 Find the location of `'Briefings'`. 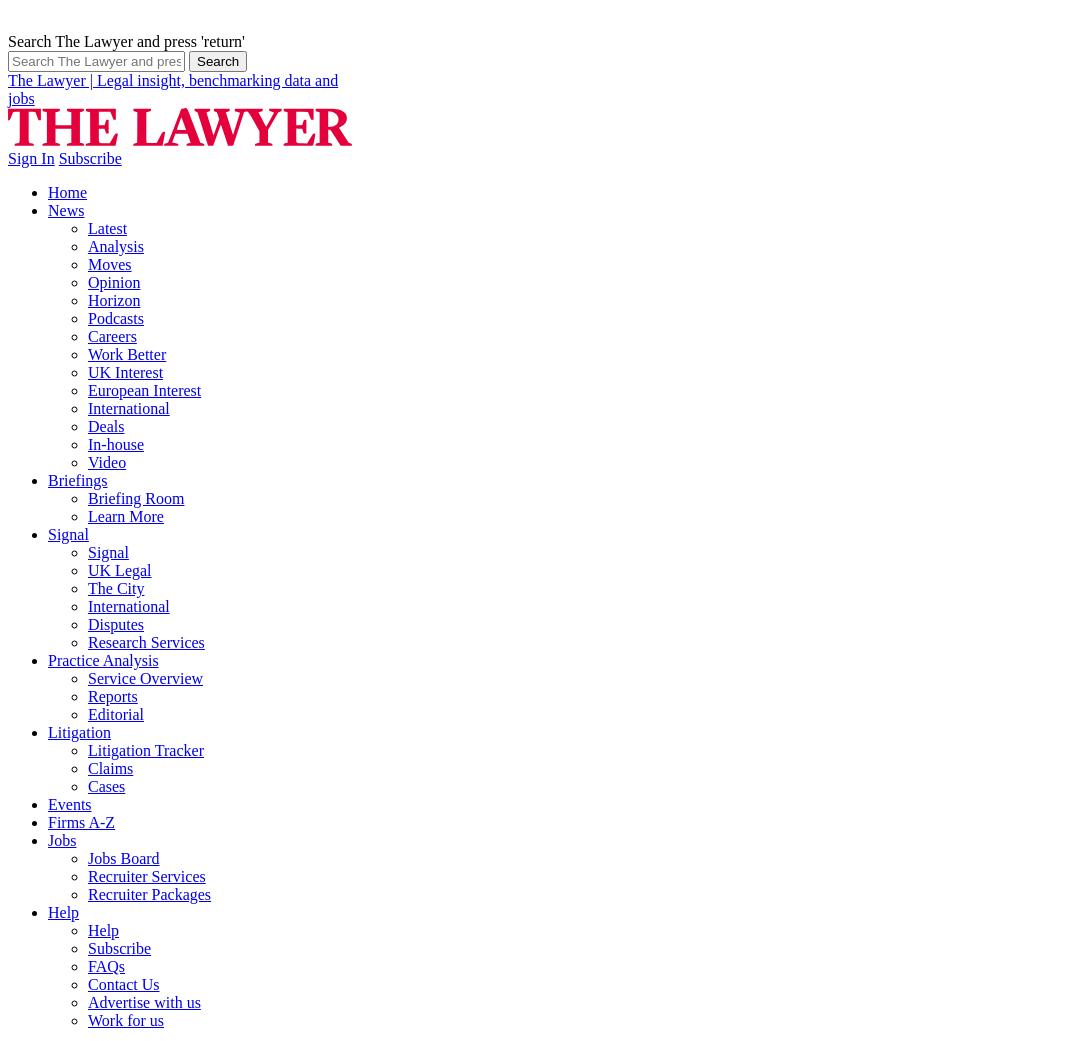

'Briefings' is located at coordinates (77, 478).